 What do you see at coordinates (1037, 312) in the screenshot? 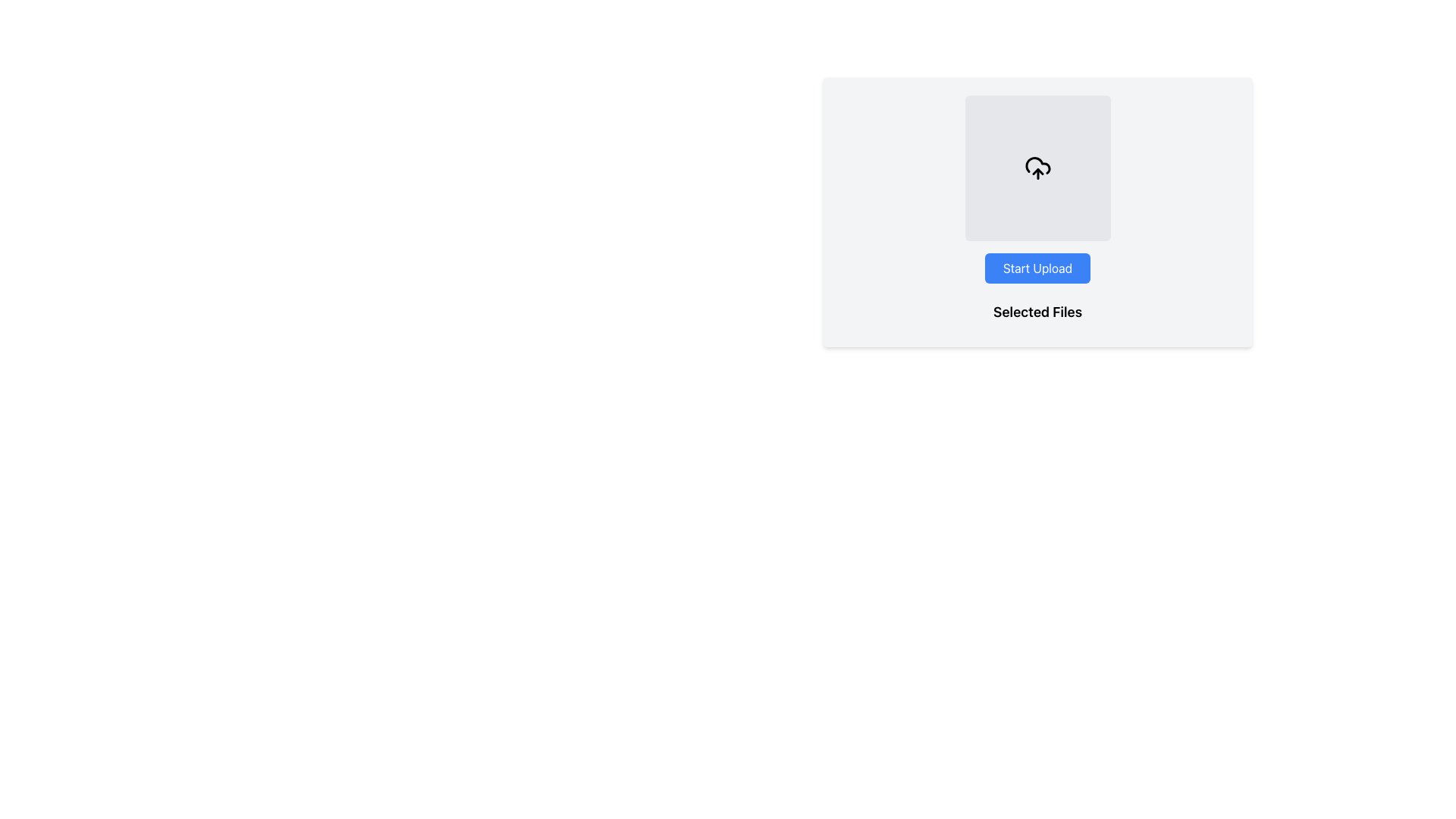
I see `the text element that signifies the section for file uploads, located below the blue 'Start Upload' button` at bounding box center [1037, 312].